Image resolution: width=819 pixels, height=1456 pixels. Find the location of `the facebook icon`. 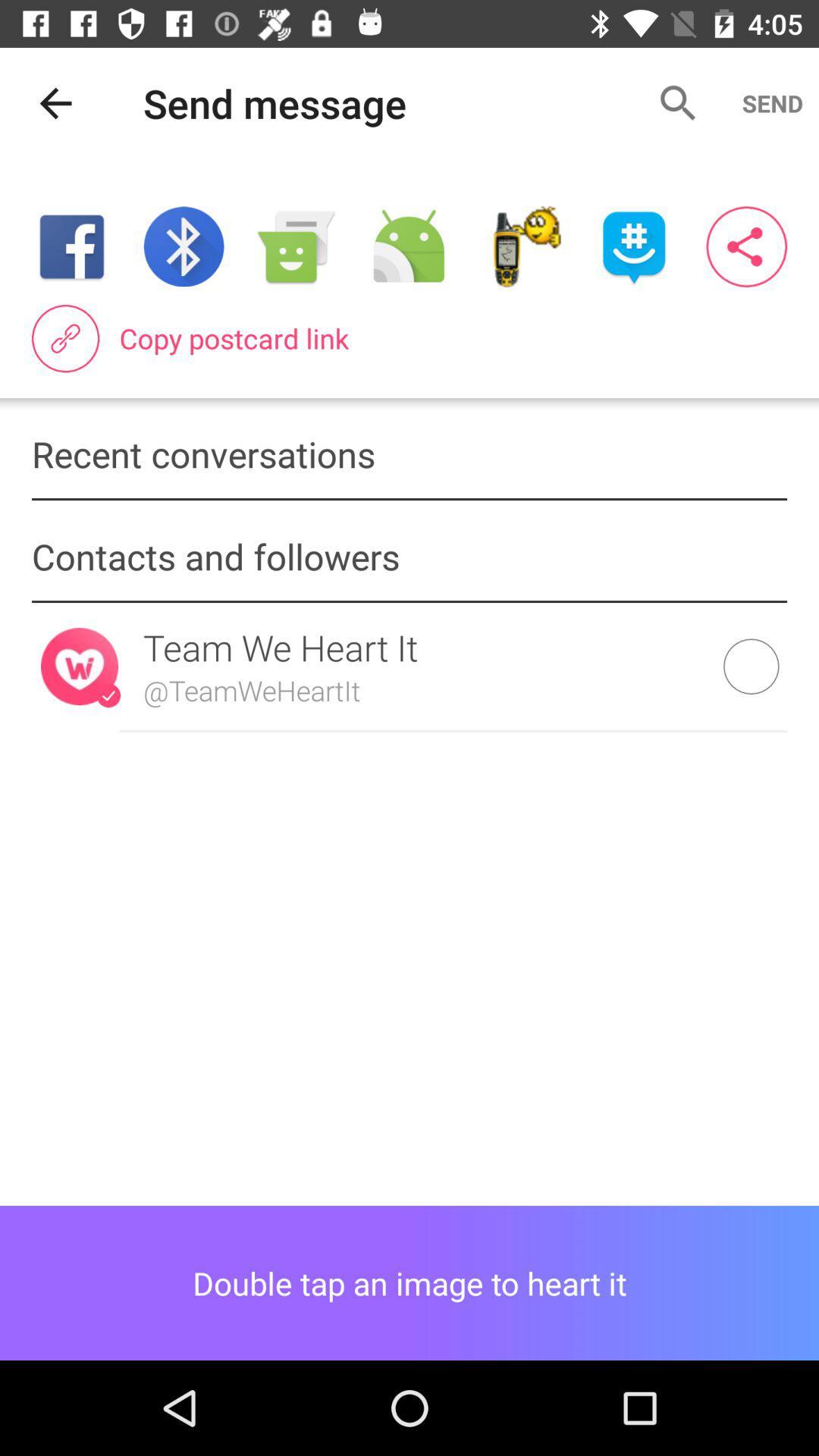

the facebook icon is located at coordinates (71, 246).